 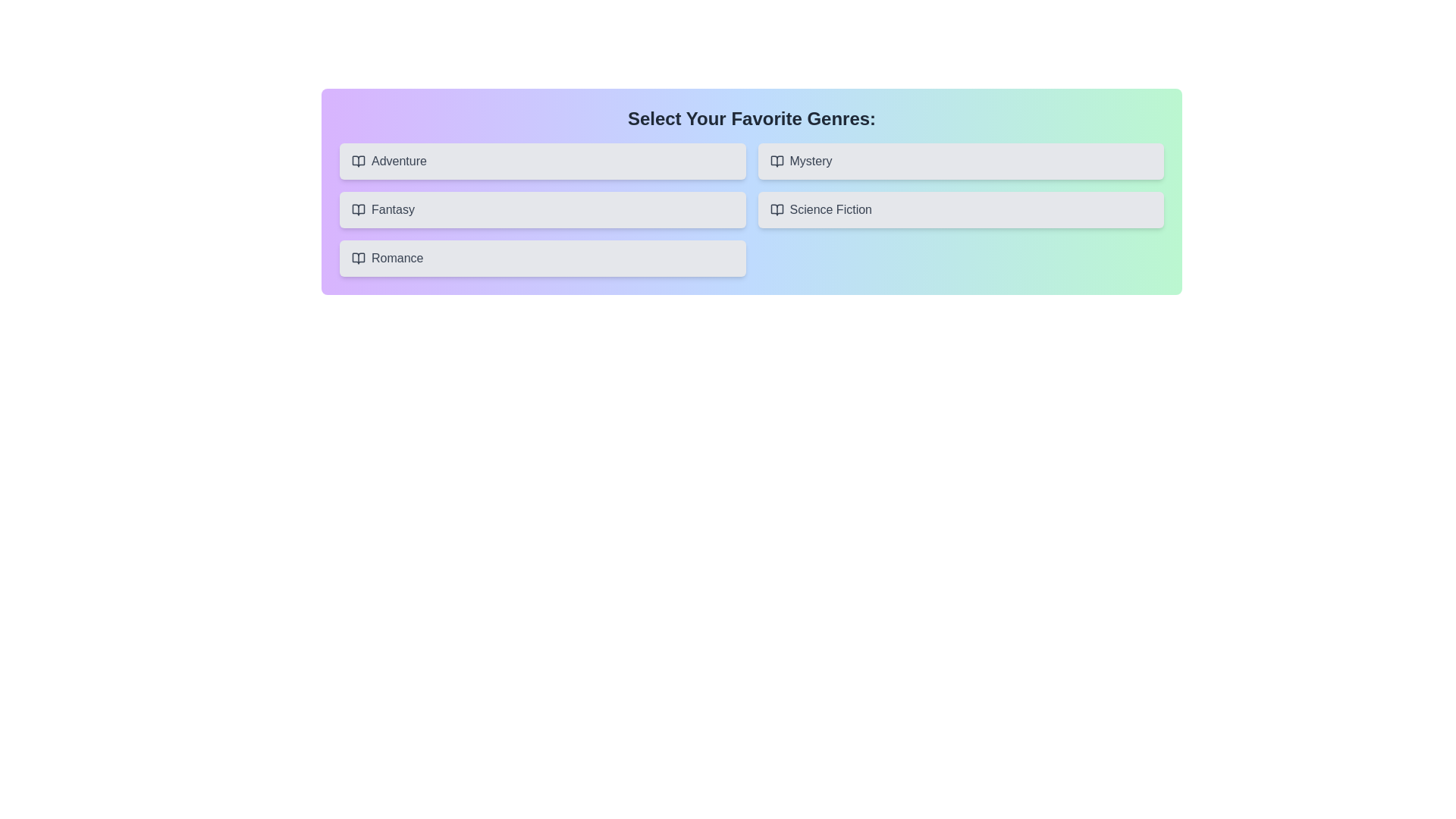 What do you see at coordinates (542, 210) in the screenshot?
I see `the button corresponding to the genre Fantasy` at bounding box center [542, 210].